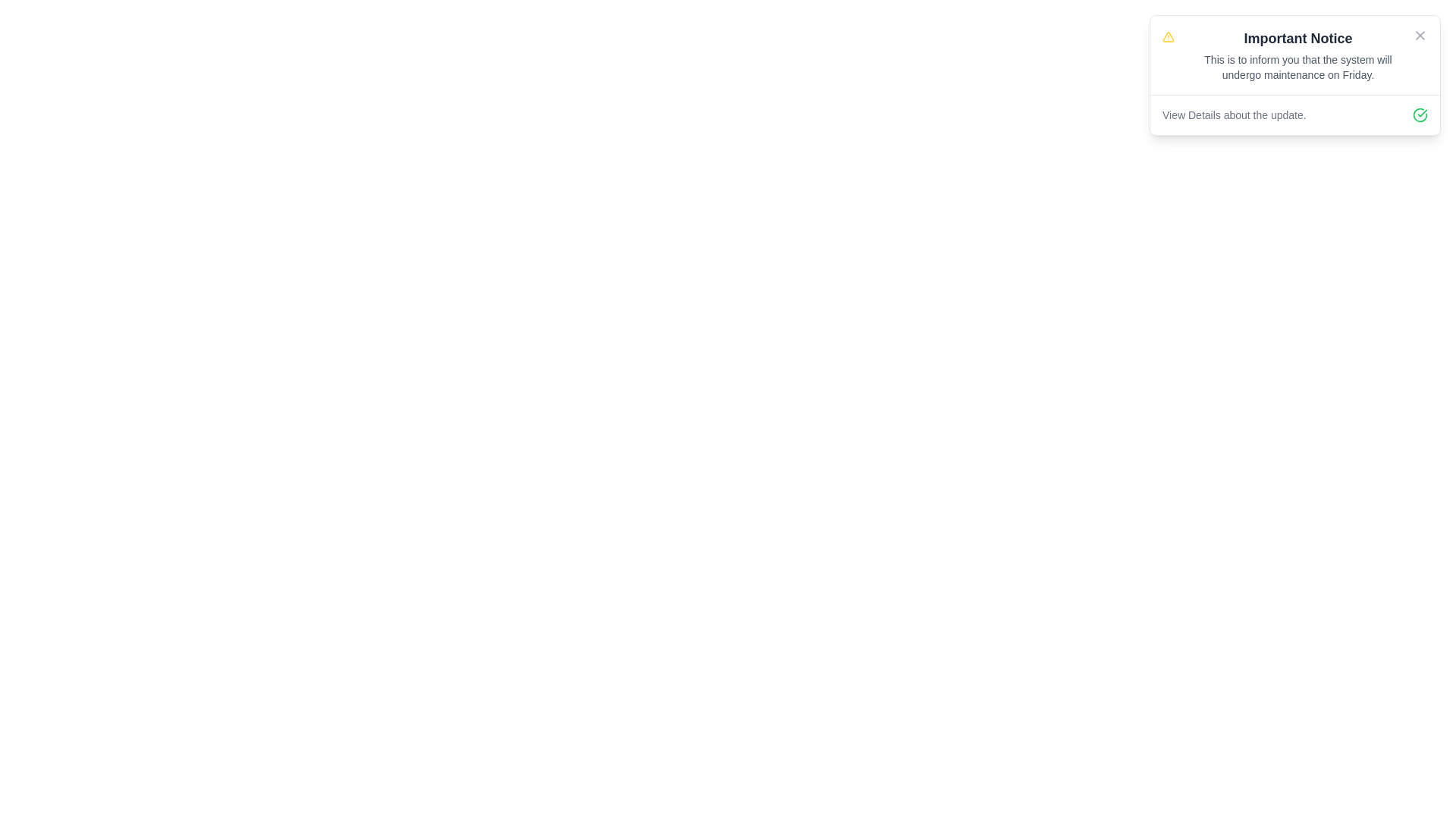 The height and width of the screenshot is (819, 1456). Describe the element at coordinates (1419, 114) in the screenshot. I see `the Icon resembling a checkmark inside a green circle located at the far-right end of the notification card containing the text 'View Details about the update.'` at that location.